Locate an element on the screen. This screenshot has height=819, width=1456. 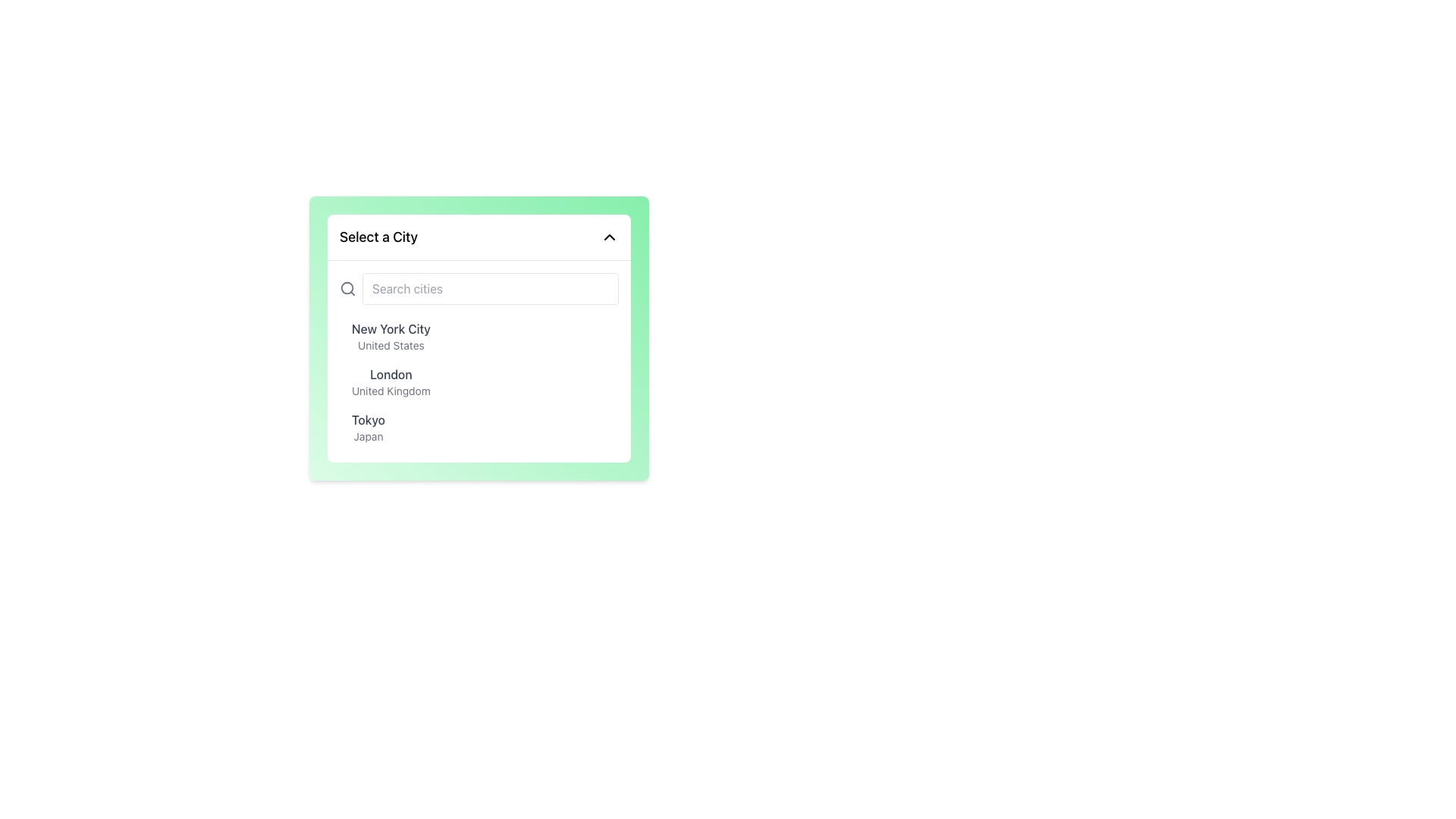
the second entry in the list of city options is located at coordinates (479, 381).